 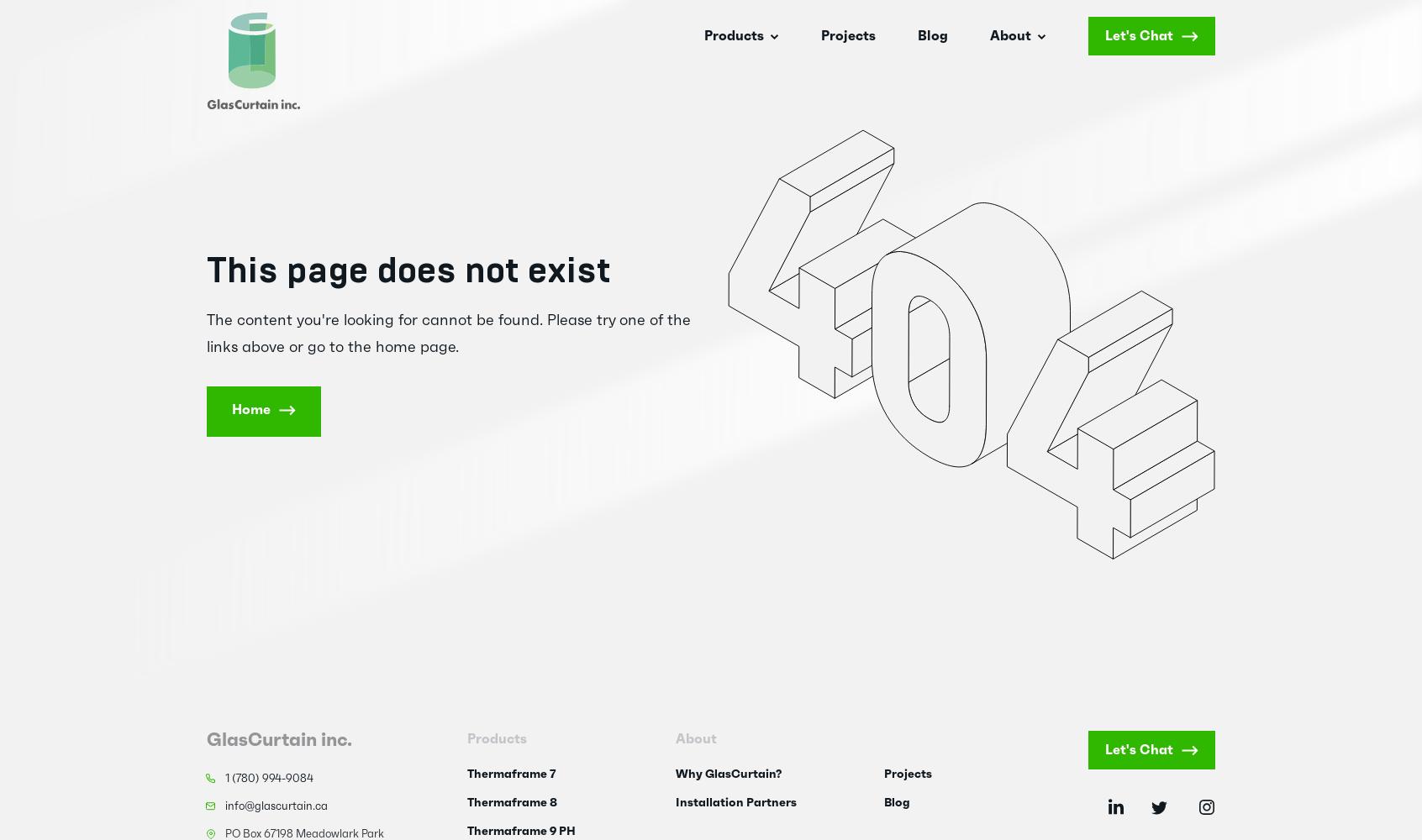 What do you see at coordinates (466, 831) in the screenshot?
I see `'Thermaframe 9 PH'` at bounding box center [466, 831].